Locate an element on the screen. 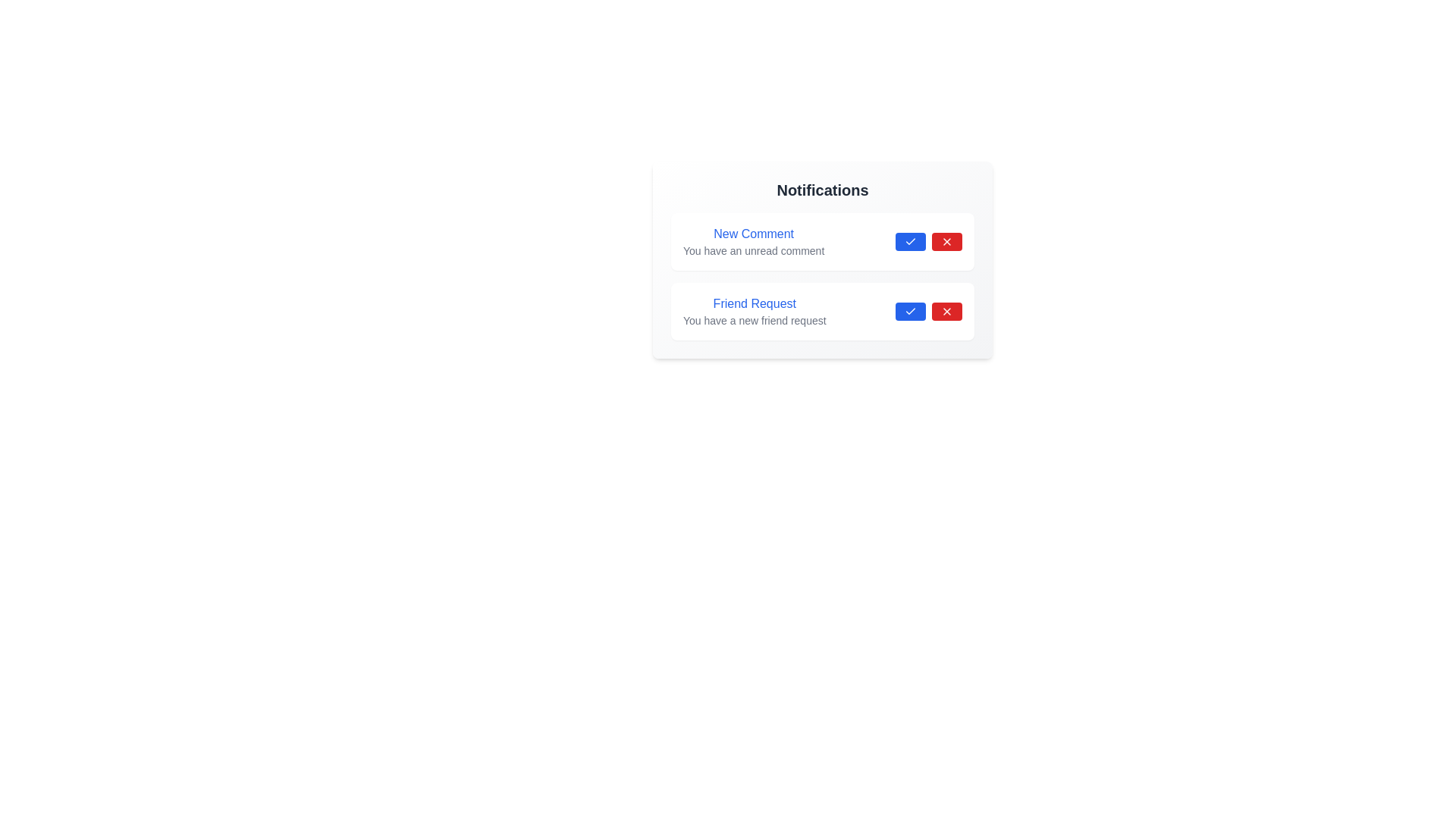 This screenshot has height=819, width=1456. the 'Friend Request' notification element, which displays 'You have a new friend request' in a modern notification card design is located at coordinates (755, 311).